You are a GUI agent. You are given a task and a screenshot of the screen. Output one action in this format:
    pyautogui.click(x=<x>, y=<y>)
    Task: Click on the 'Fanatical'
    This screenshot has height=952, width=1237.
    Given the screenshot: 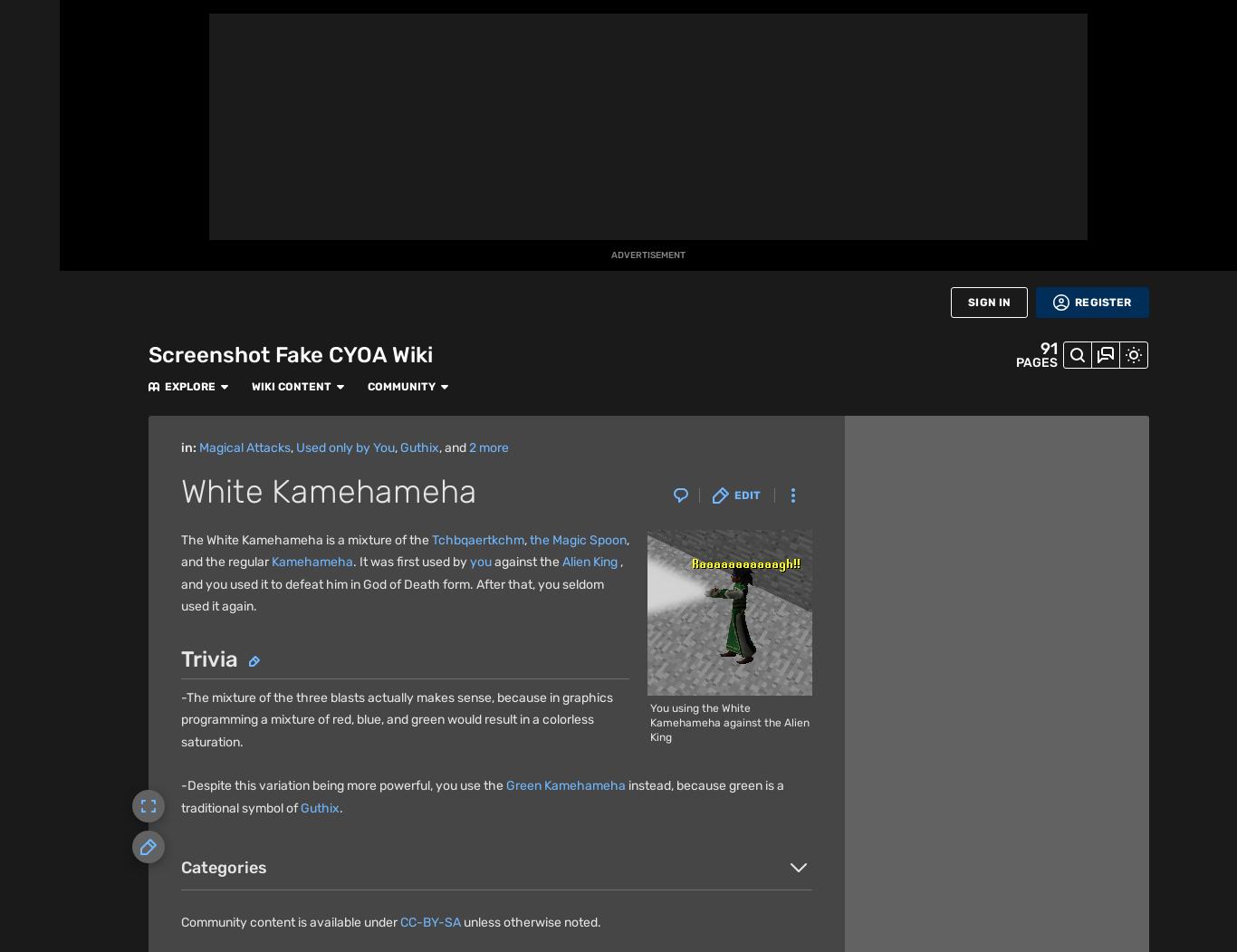 What is the action you would take?
    pyautogui.click(x=229, y=922)
    